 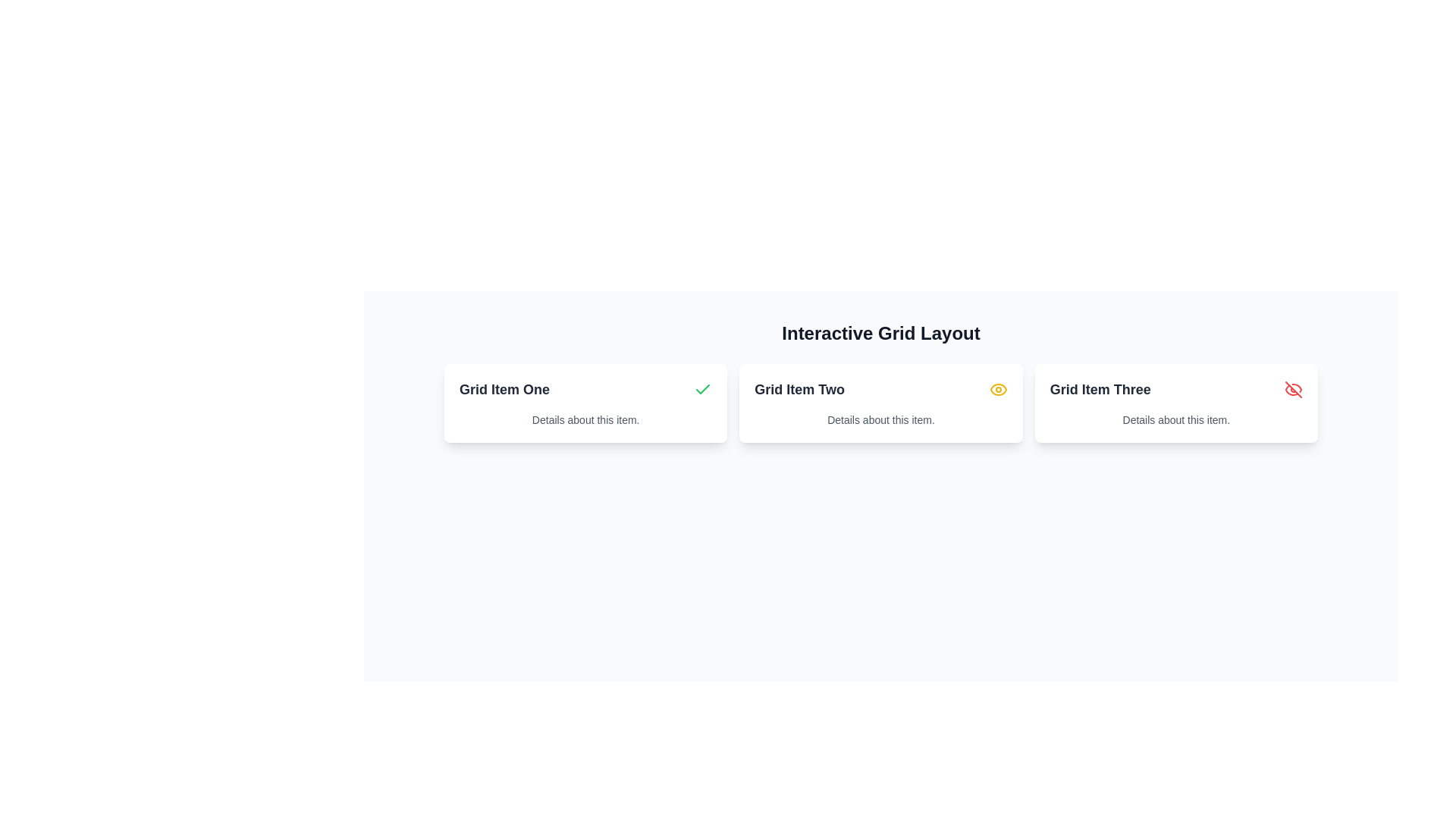 What do you see at coordinates (998, 388) in the screenshot?
I see `the yellow eye icon located at the right side of 'Grid Item Two'` at bounding box center [998, 388].